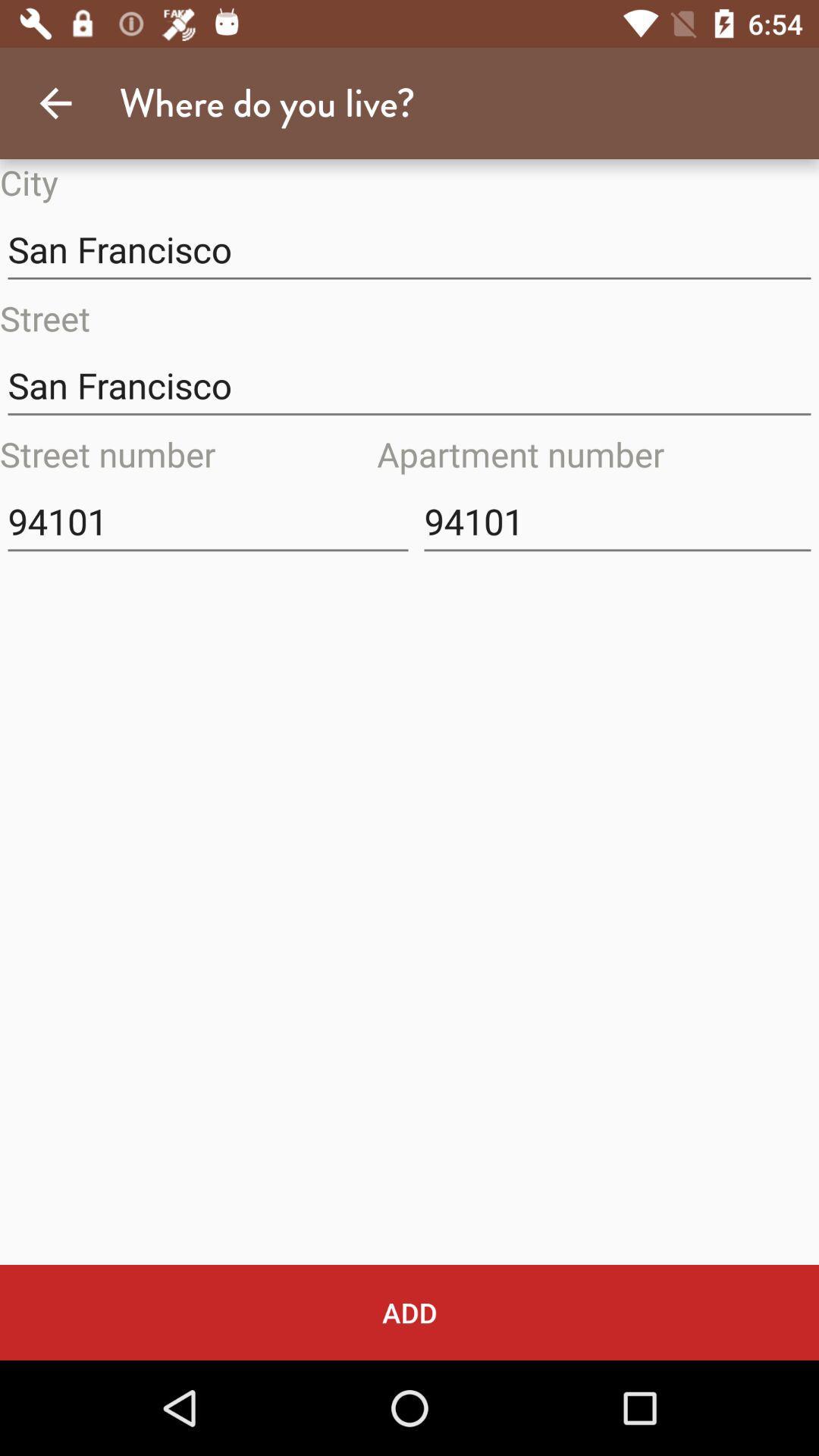 The height and width of the screenshot is (1456, 819). What do you see at coordinates (55, 102) in the screenshot?
I see `icon next to where do you` at bounding box center [55, 102].